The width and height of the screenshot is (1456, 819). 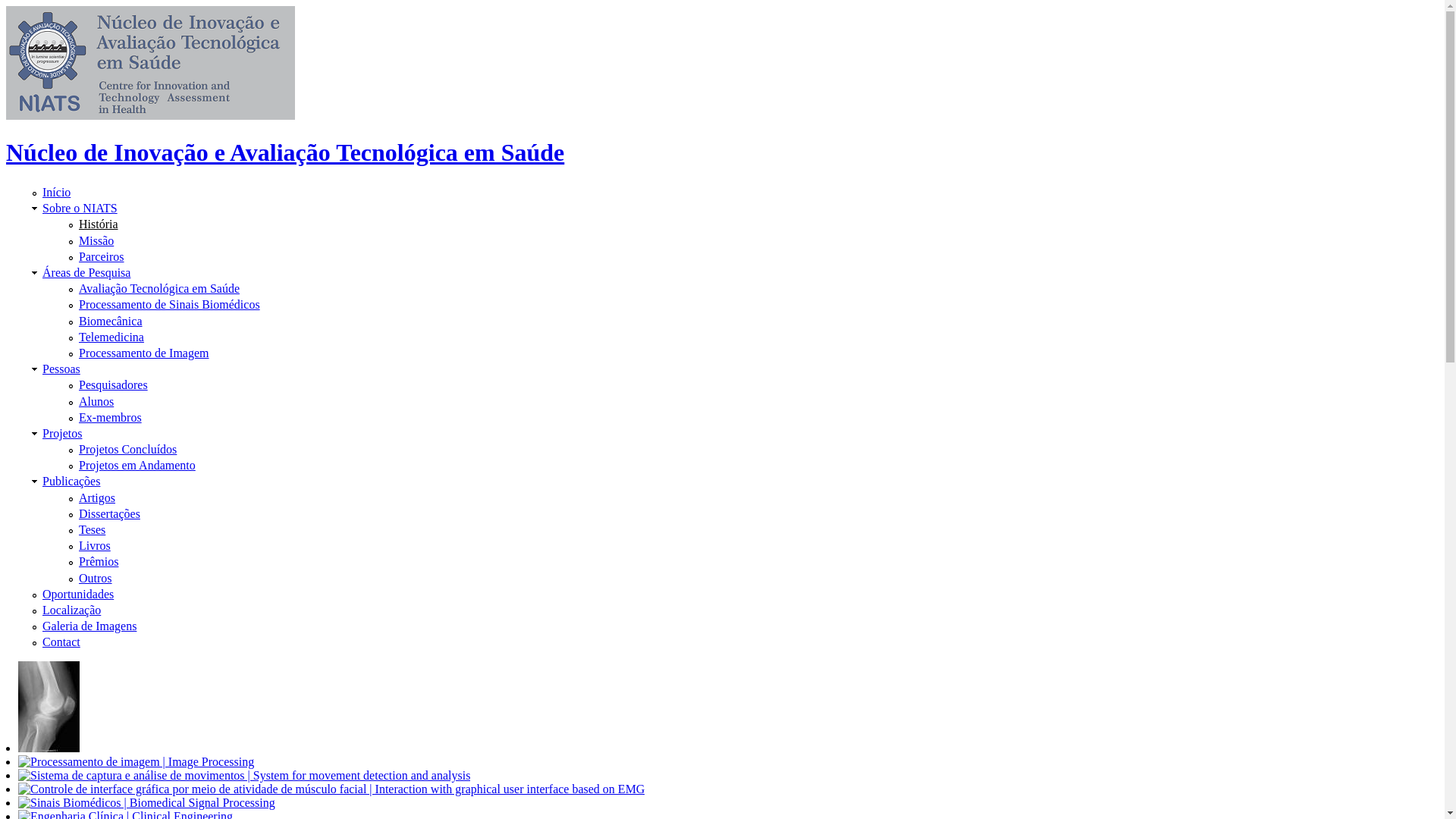 What do you see at coordinates (94, 578) in the screenshot?
I see `'Outros'` at bounding box center [94, 578].